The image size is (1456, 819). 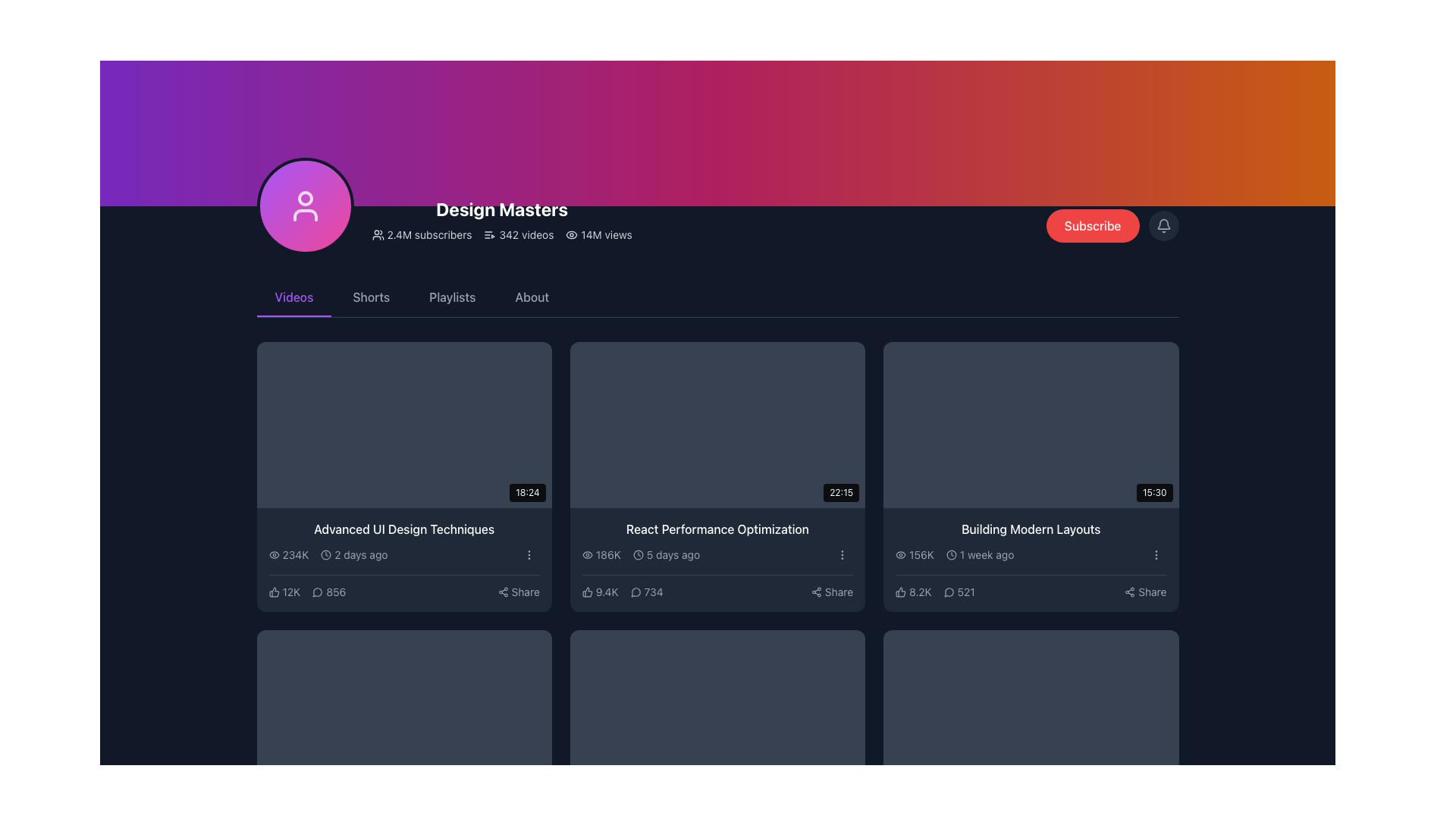 What do you see at coordinates (325, 555) in the screenshot?
I see `the time icon located to the left of the text '2 days ago' in the lower part of the card for the video titled 'Advanced UI Design Techniques'` at bounding box center [325, 555].